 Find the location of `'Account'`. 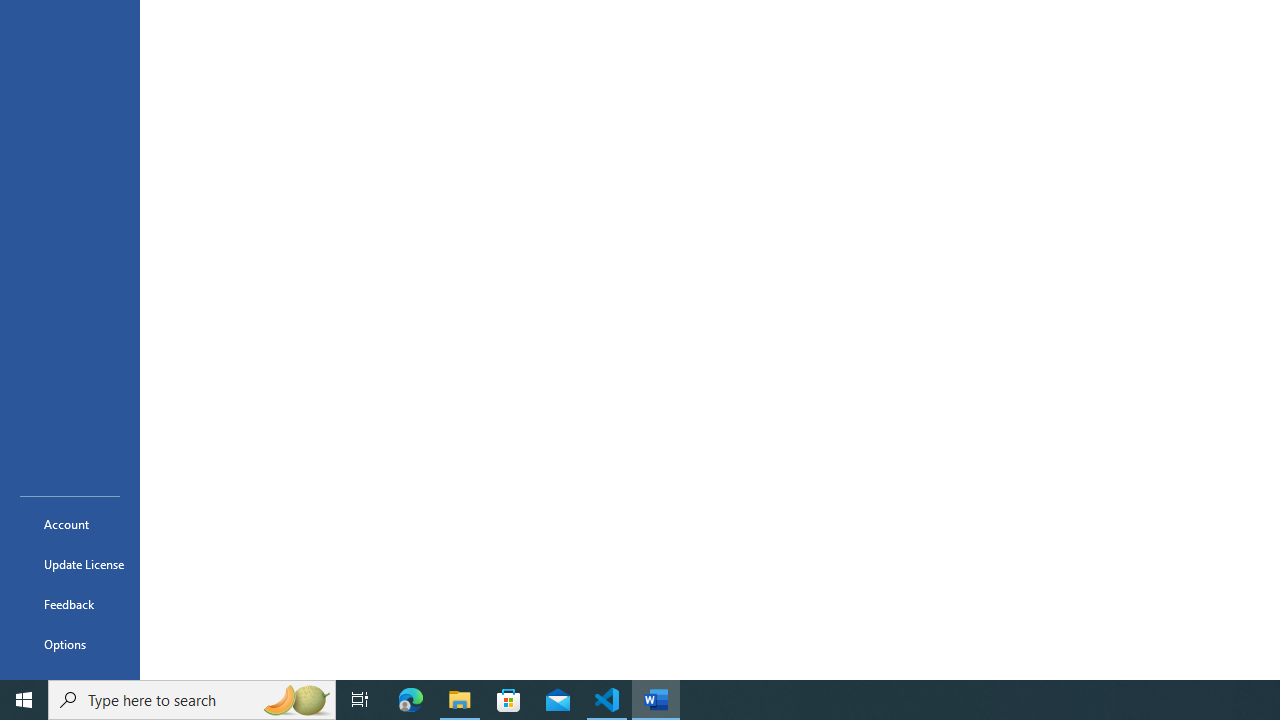

'Account' is located at coordinates (69, 523).